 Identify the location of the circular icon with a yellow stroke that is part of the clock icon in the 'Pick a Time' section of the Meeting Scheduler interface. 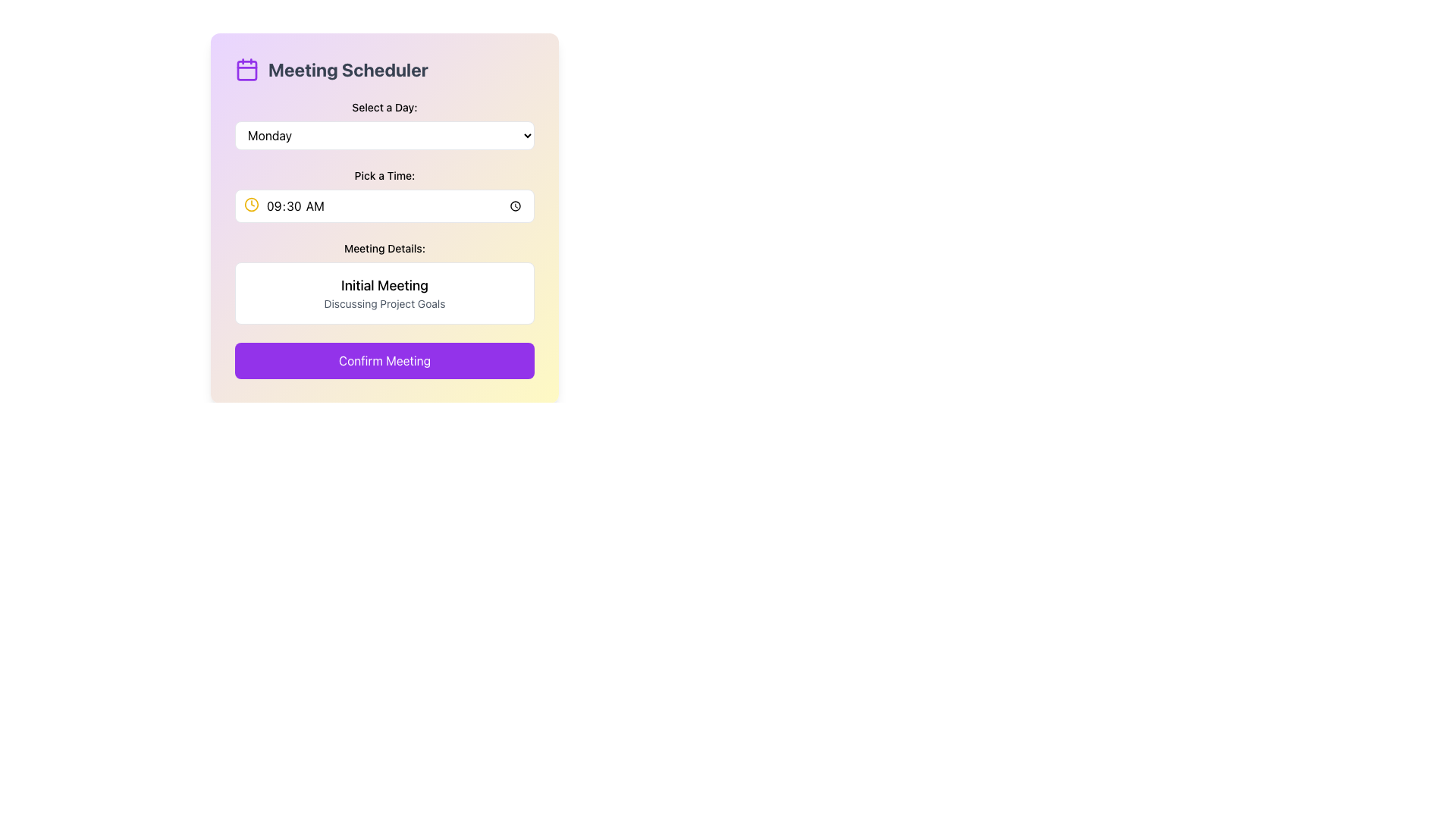
(251, 205).